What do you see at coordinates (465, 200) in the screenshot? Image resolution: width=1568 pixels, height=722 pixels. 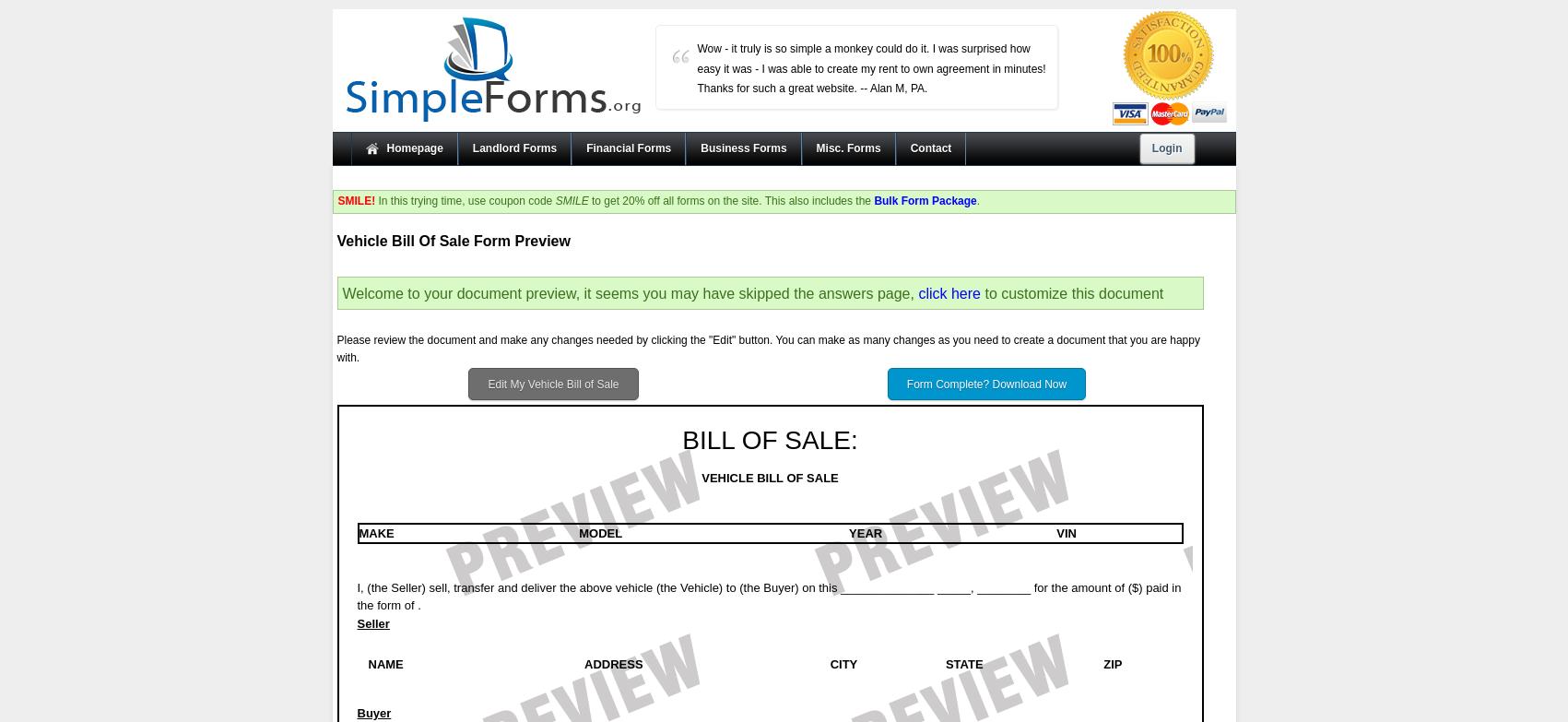 I see `'In this trying time, use coupon code'` at bounding box center [465, 200].